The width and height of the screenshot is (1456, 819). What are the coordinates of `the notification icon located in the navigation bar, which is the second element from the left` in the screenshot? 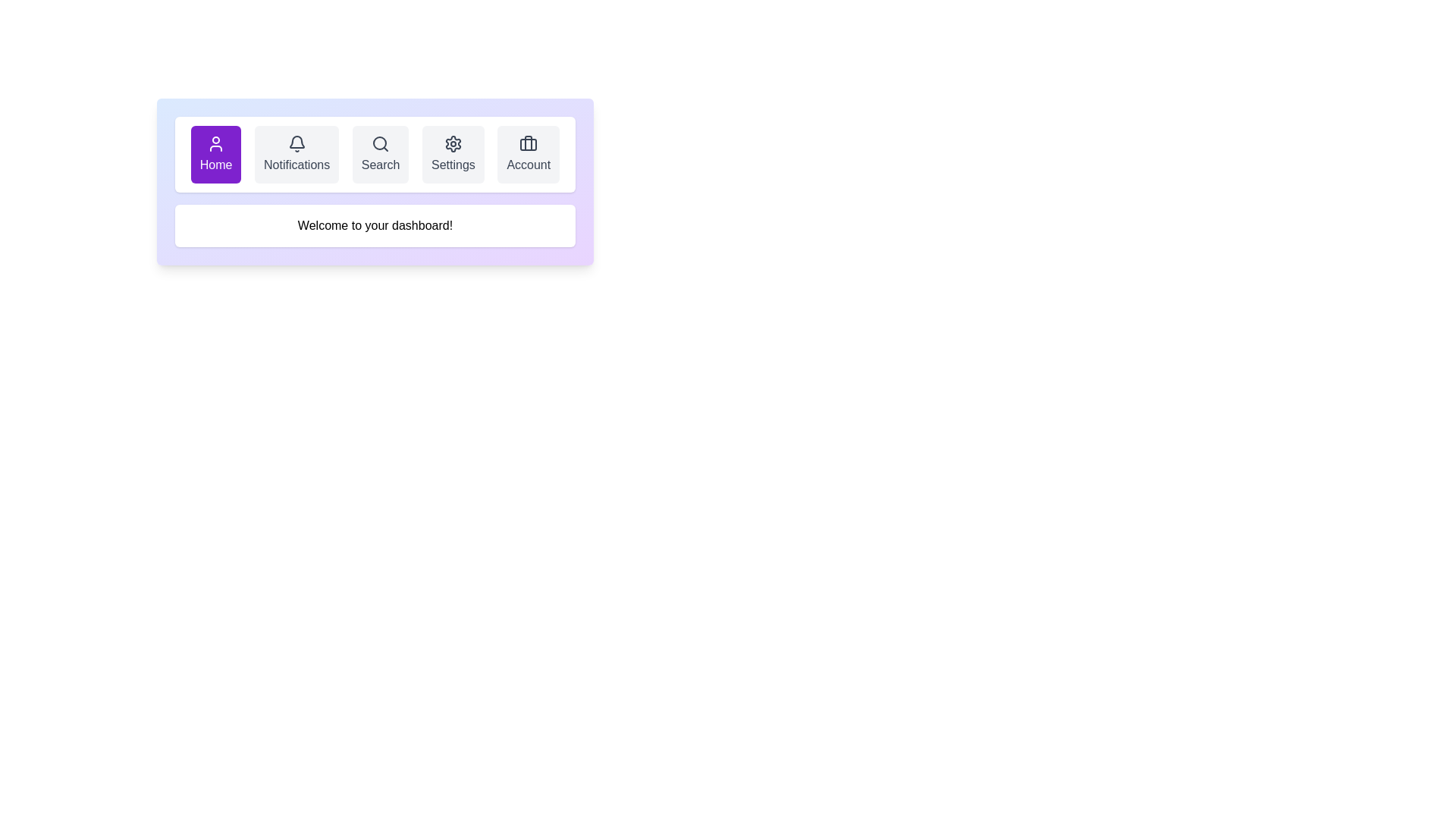 It's located at (297, 143).